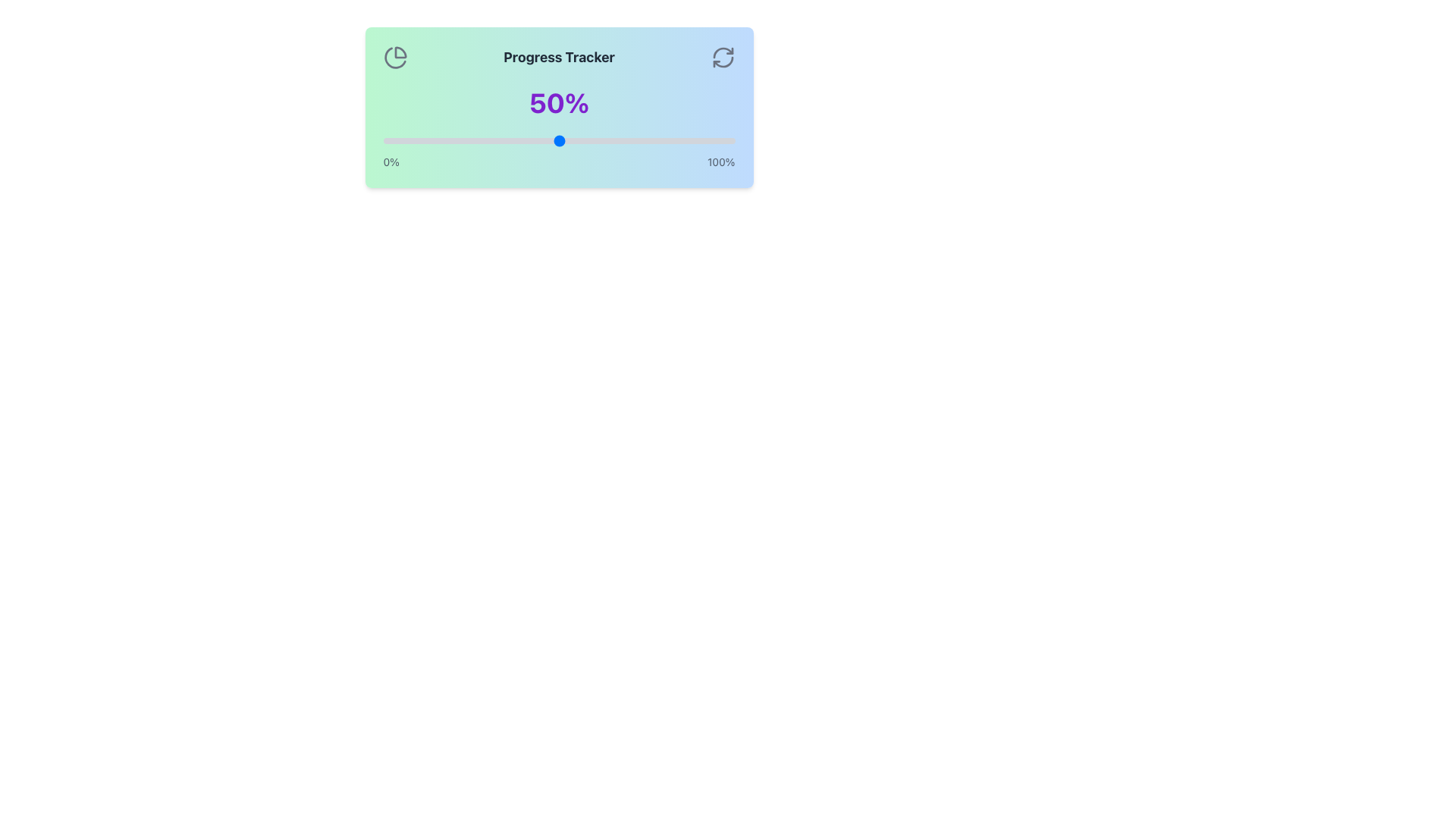  Describe the element at coordinates (391, 162) in the screenshot. I see `the text element displaying '0%' styled in a small gray font, located at the bottom-left of the slider component` at that location.